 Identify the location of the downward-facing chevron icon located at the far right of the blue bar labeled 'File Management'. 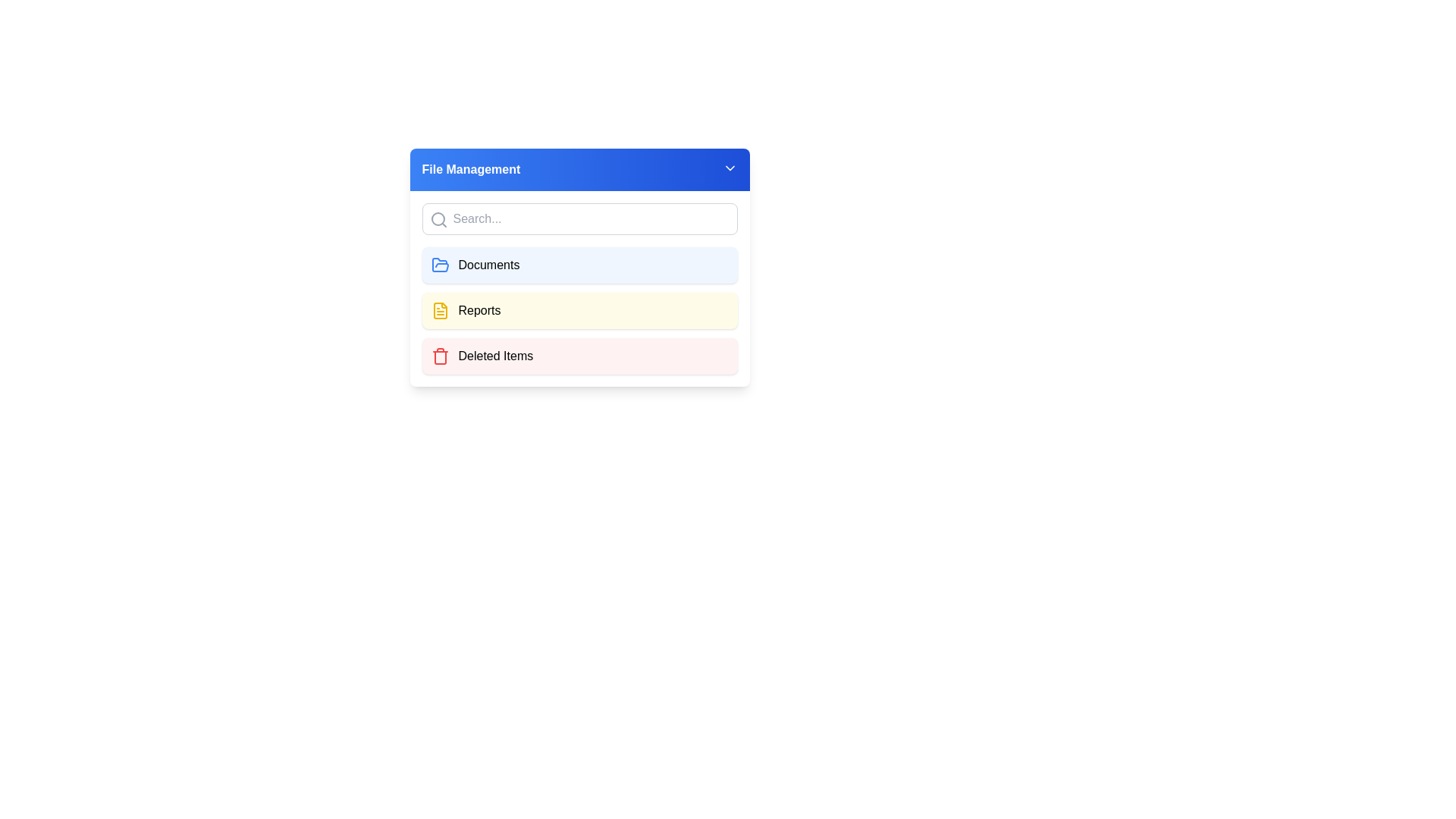
(730, 168).